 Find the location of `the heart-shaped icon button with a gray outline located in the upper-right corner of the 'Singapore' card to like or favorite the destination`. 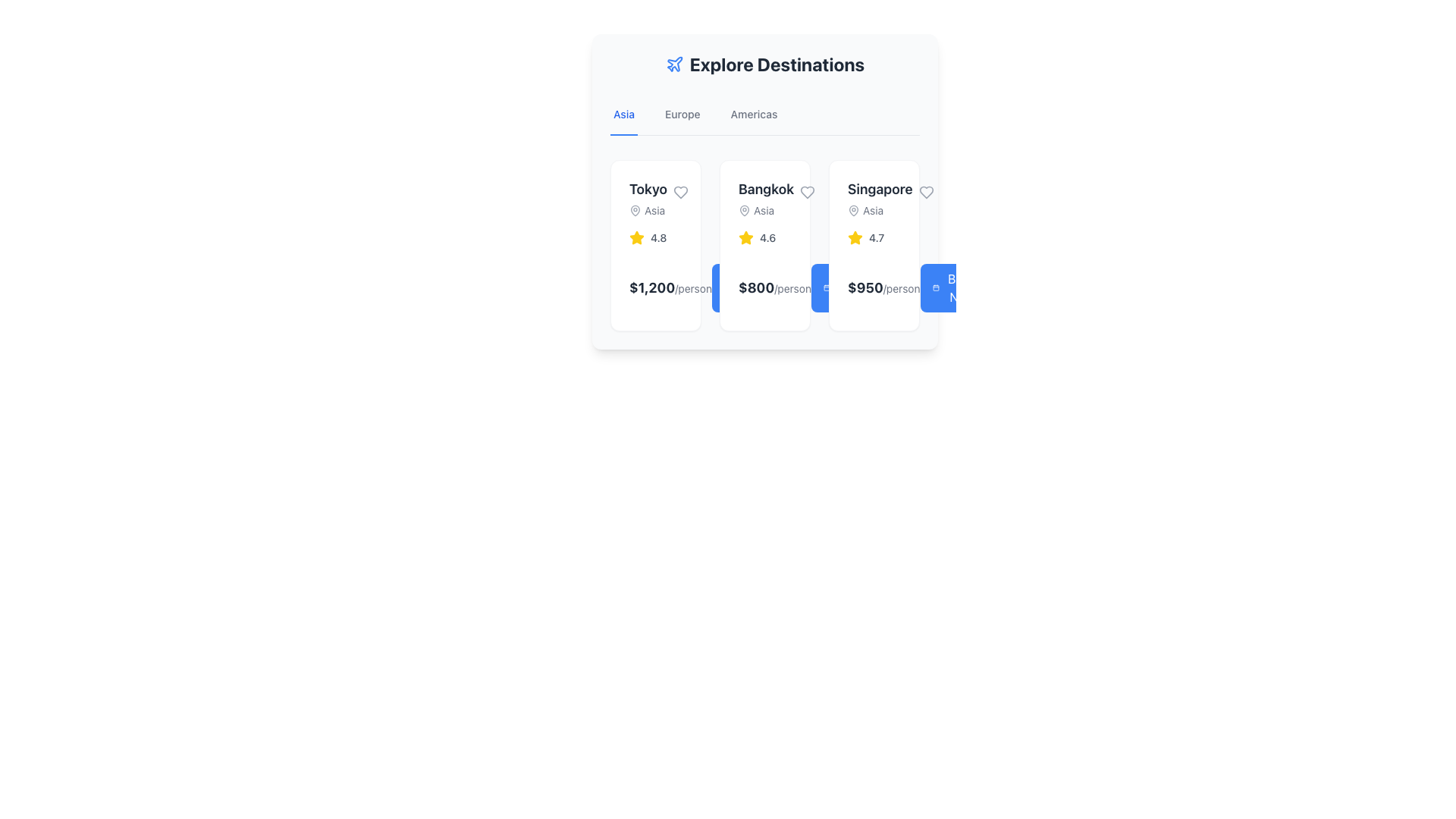

the heart-shaped icon button with a gray outline located in the upper-right corner of the 'Singapore' card to like or favorite the destination is located at coordinates (925, 192).